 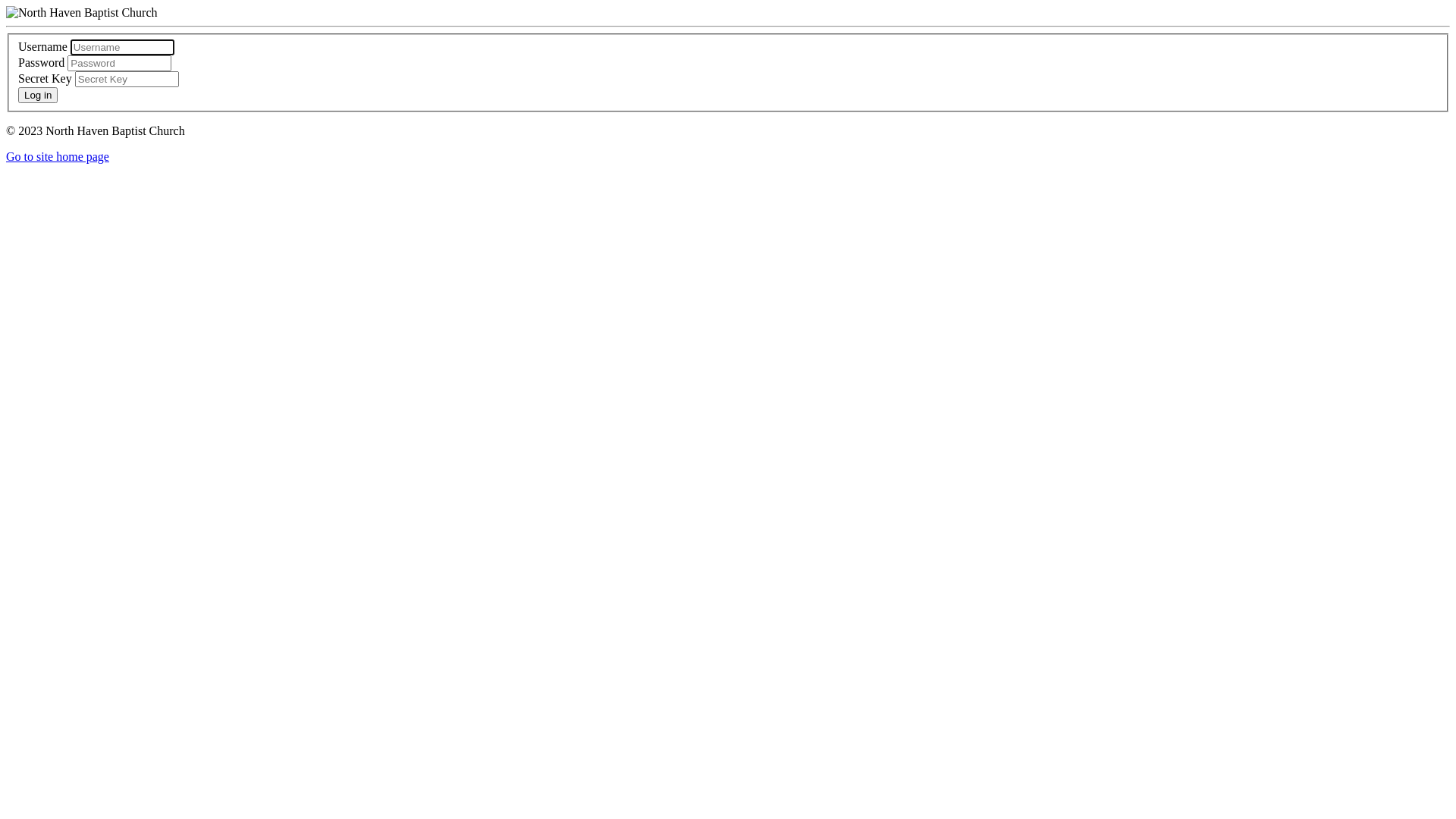 What do you see at coordinates (58, 156) in the screenshot?
I see `'Go to site home page'` at bounding box center [58, 156].